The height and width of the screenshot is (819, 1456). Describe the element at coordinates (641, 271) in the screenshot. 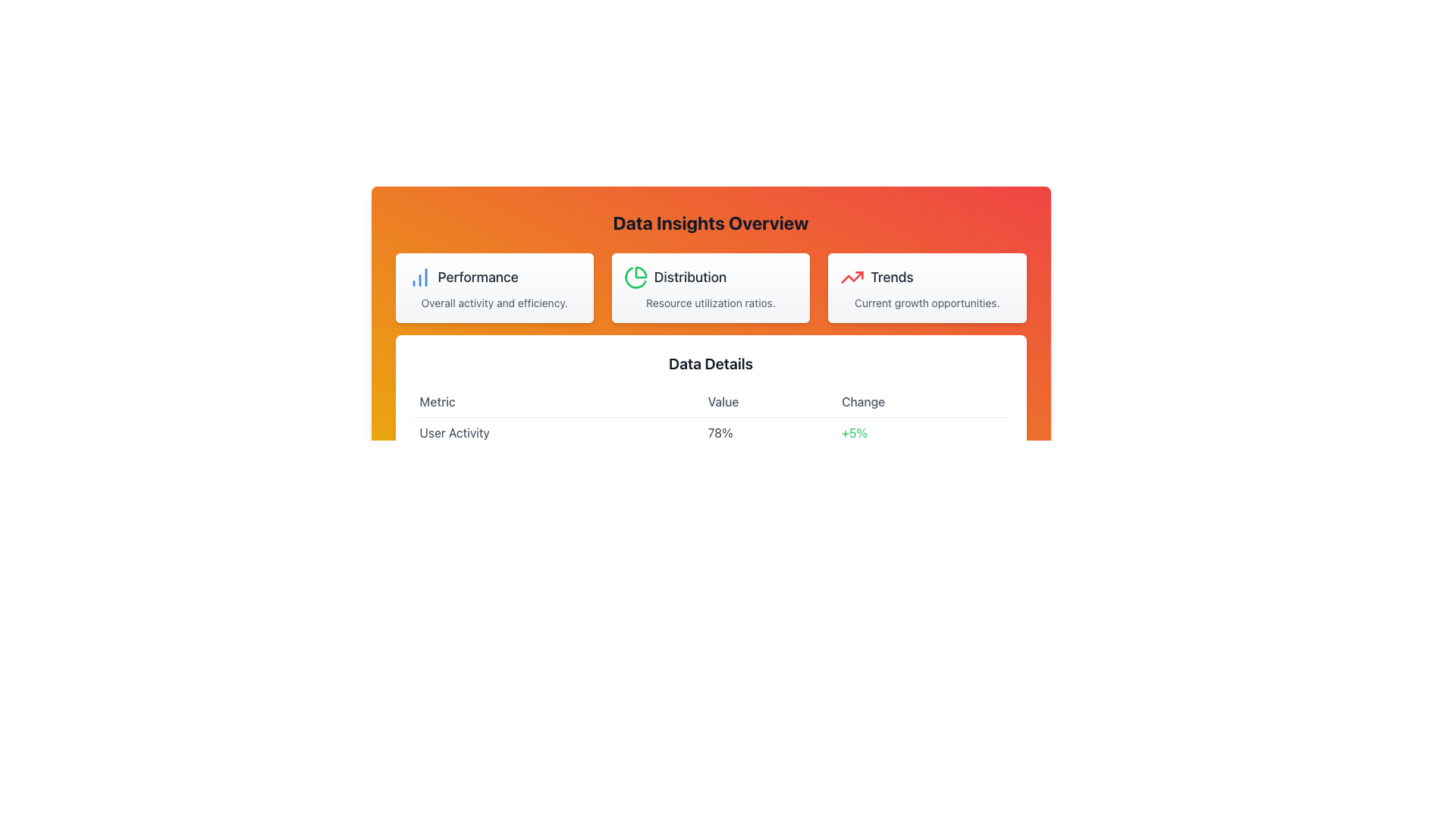

I see `the left segment of the SVG pie chart icon located in the 'Distribution' card at the top center of the interface` at that location.